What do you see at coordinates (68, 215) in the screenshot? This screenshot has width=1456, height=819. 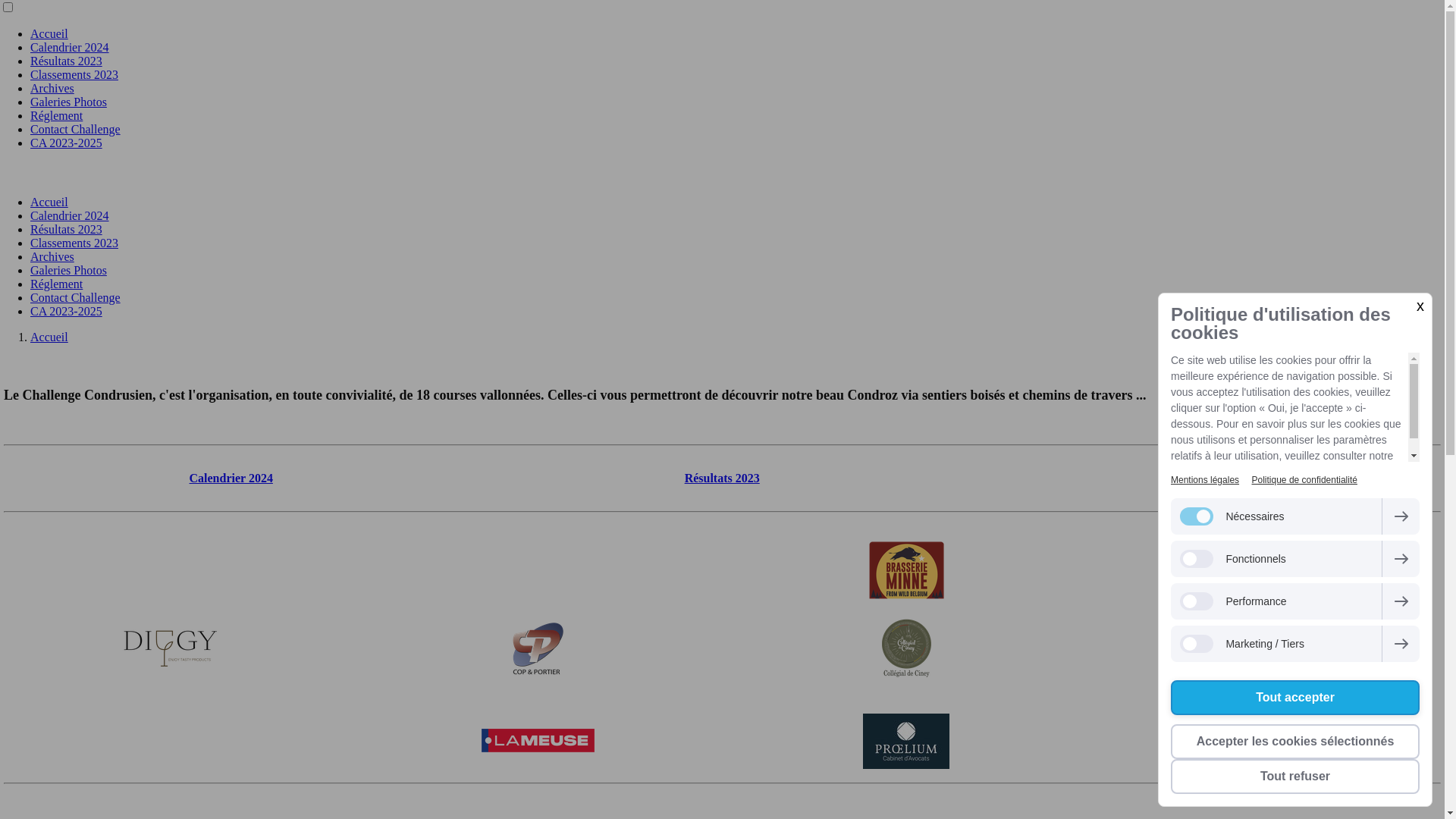 I see `'Calendrier 2024'` at bounding box center [68, 215].